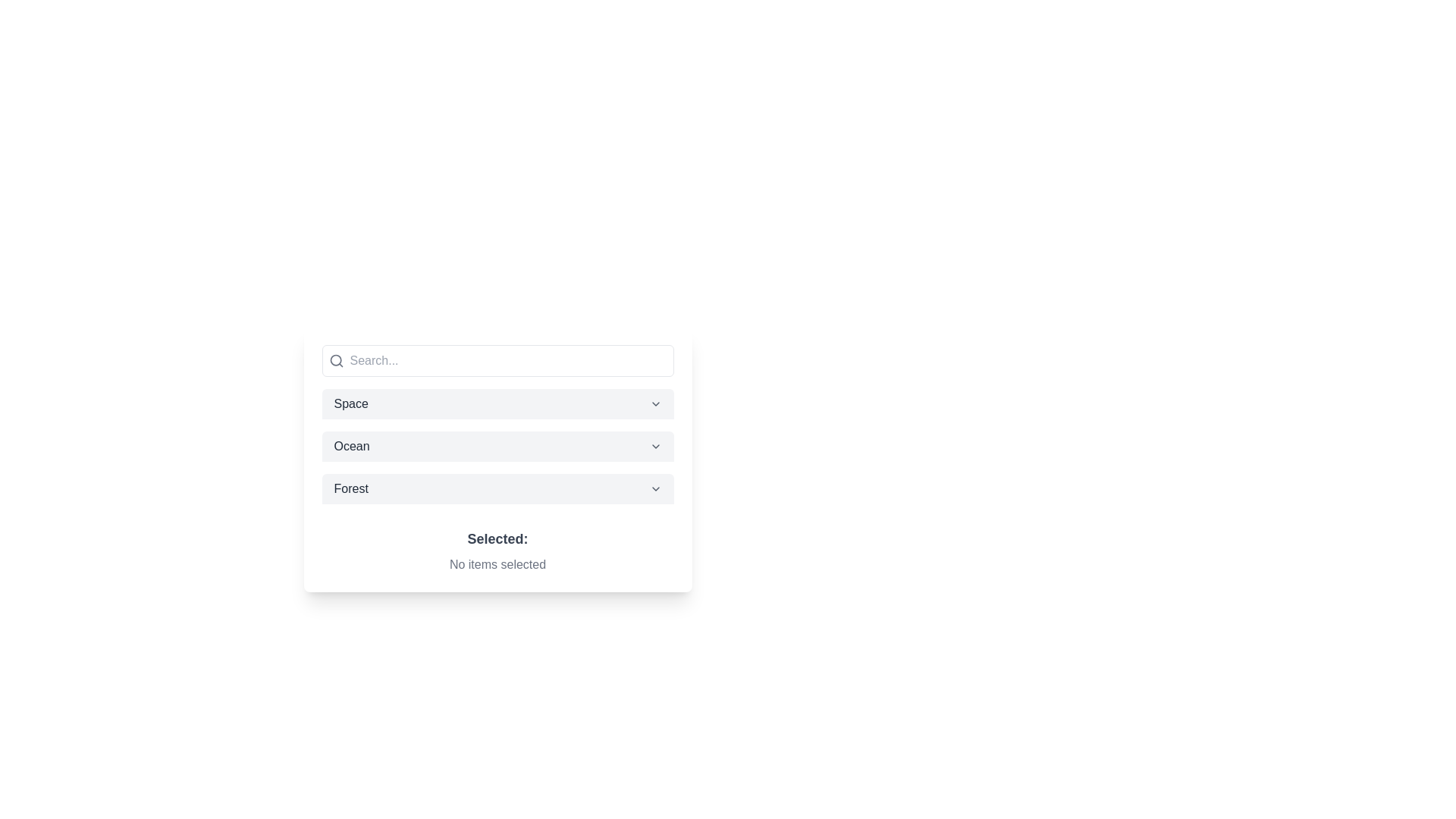  I want to click on the dropdown indicator located to the far right of the 'Space' text, so click(655, 403).